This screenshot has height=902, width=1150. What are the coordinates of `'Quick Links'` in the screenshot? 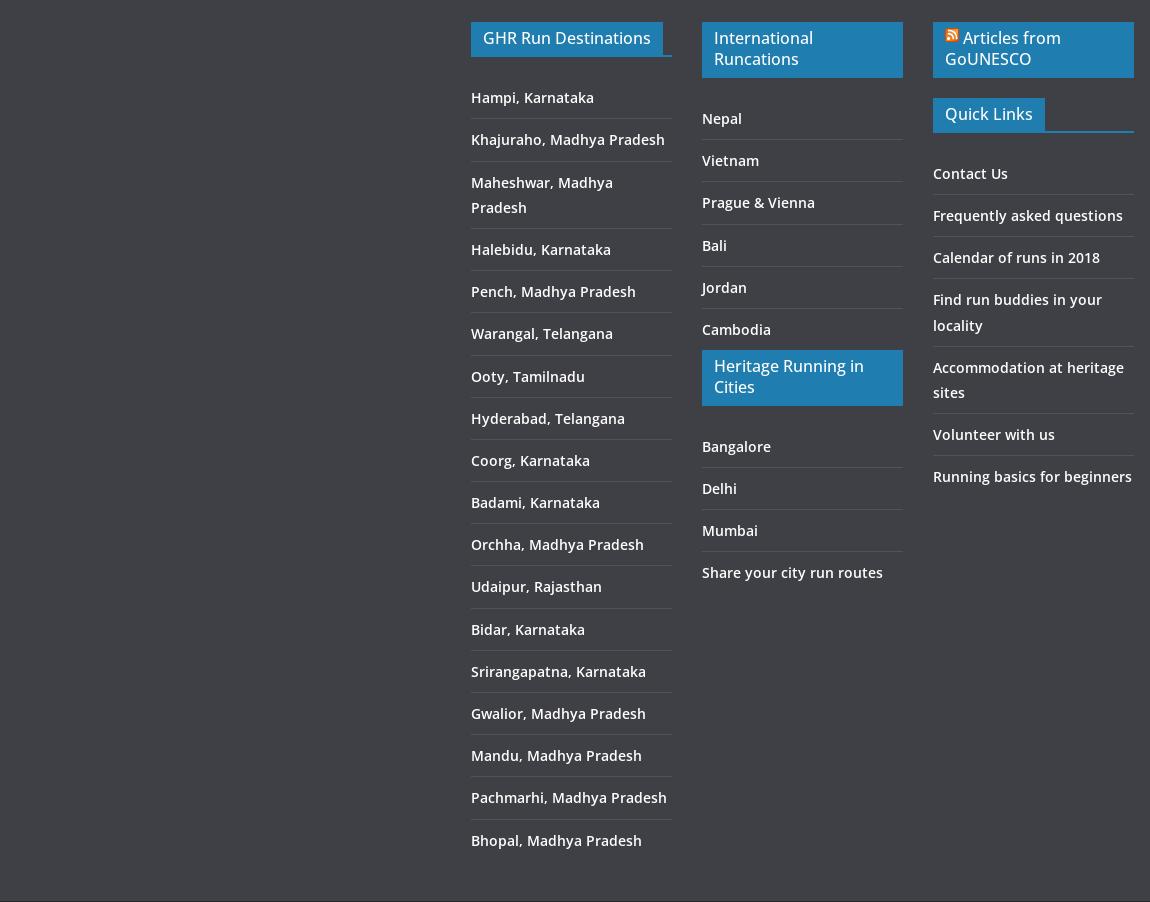 It's located at (987, 114).